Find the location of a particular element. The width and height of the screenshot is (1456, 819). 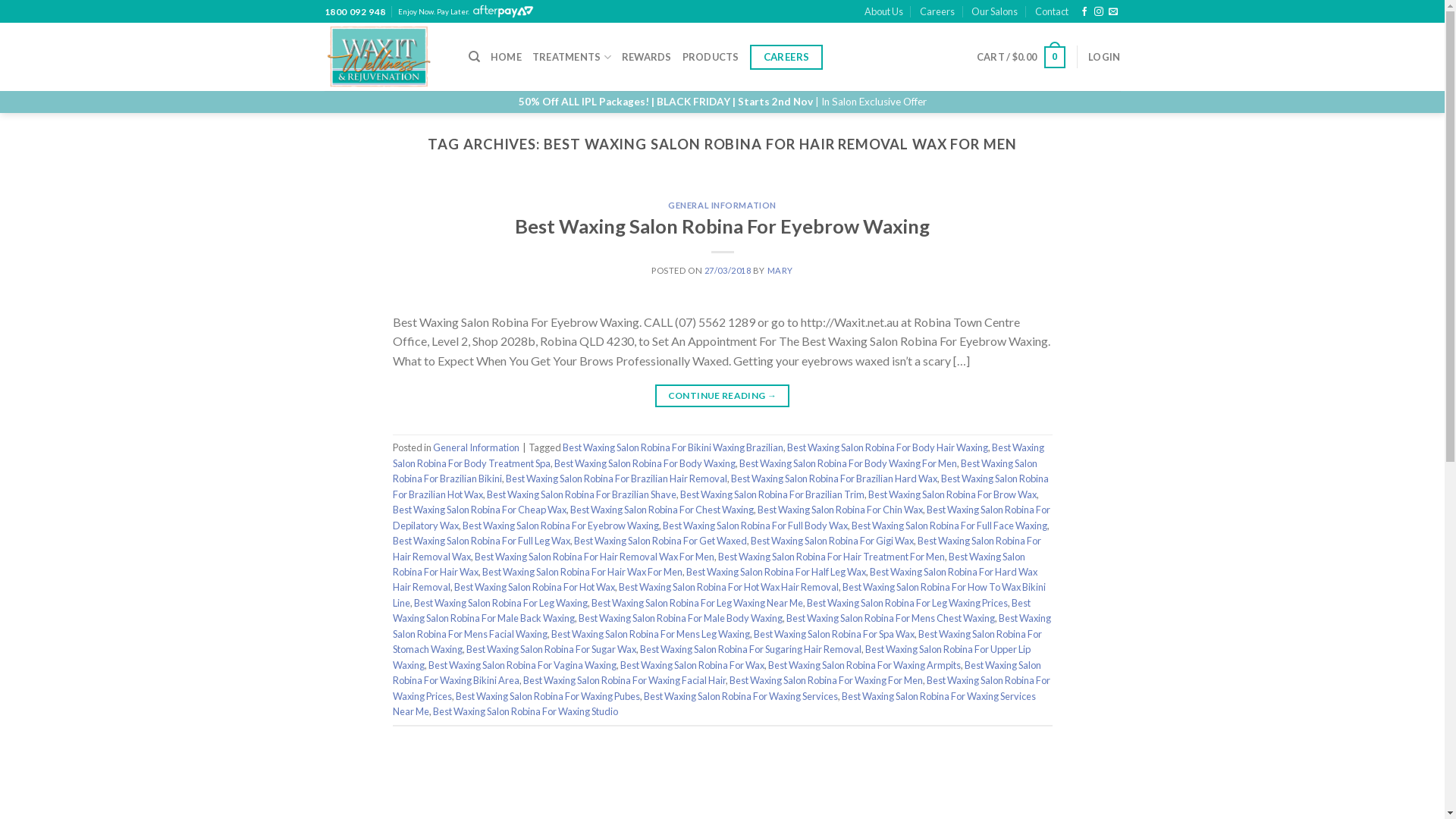

'Best Waxing Salon Robina For Leg Waxing Prices' is located at coordinates (907, 601).